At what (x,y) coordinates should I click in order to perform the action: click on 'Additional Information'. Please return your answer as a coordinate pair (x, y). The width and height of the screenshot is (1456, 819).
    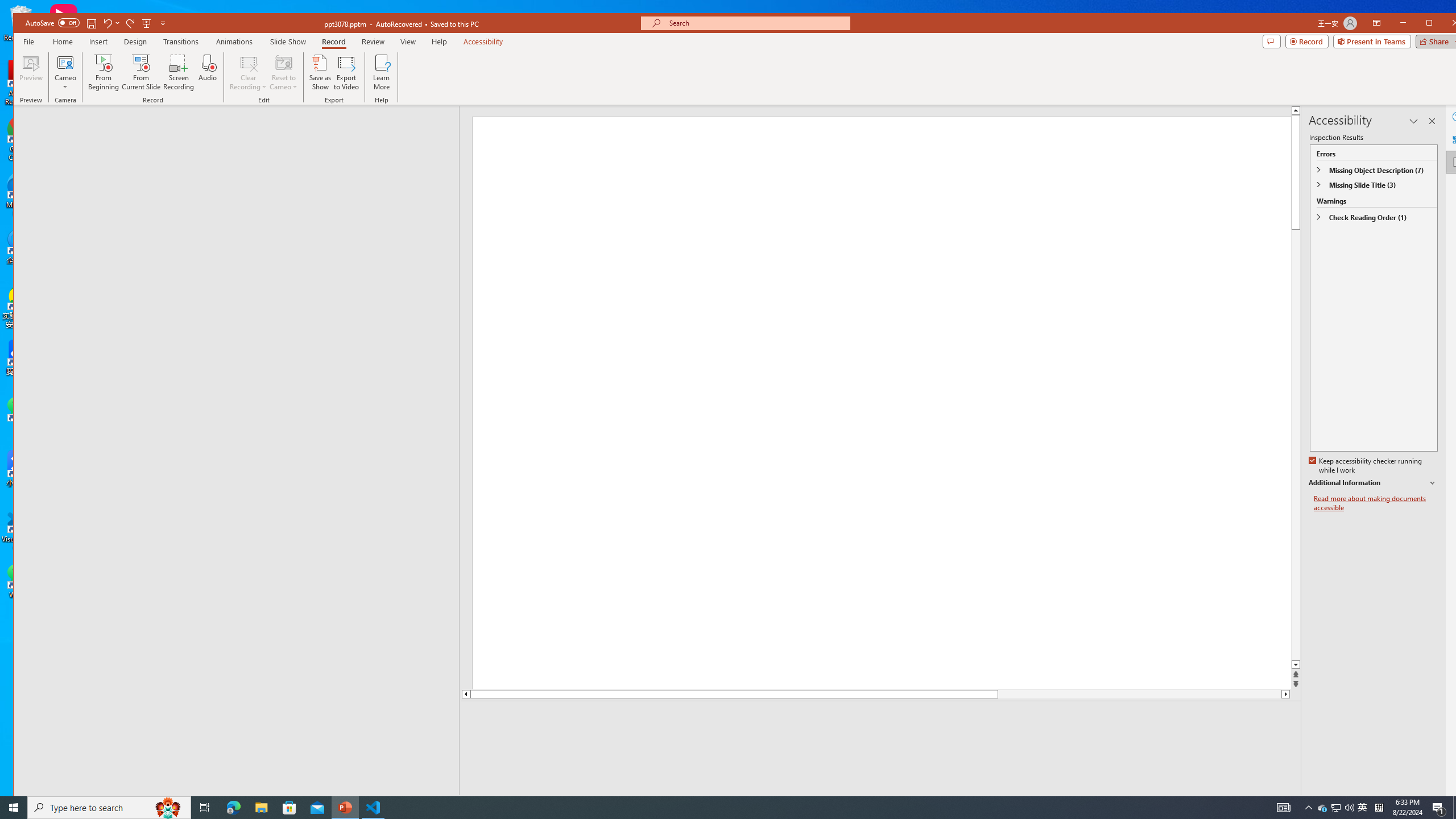
    Looking at the image, I should click on (1373, 483).